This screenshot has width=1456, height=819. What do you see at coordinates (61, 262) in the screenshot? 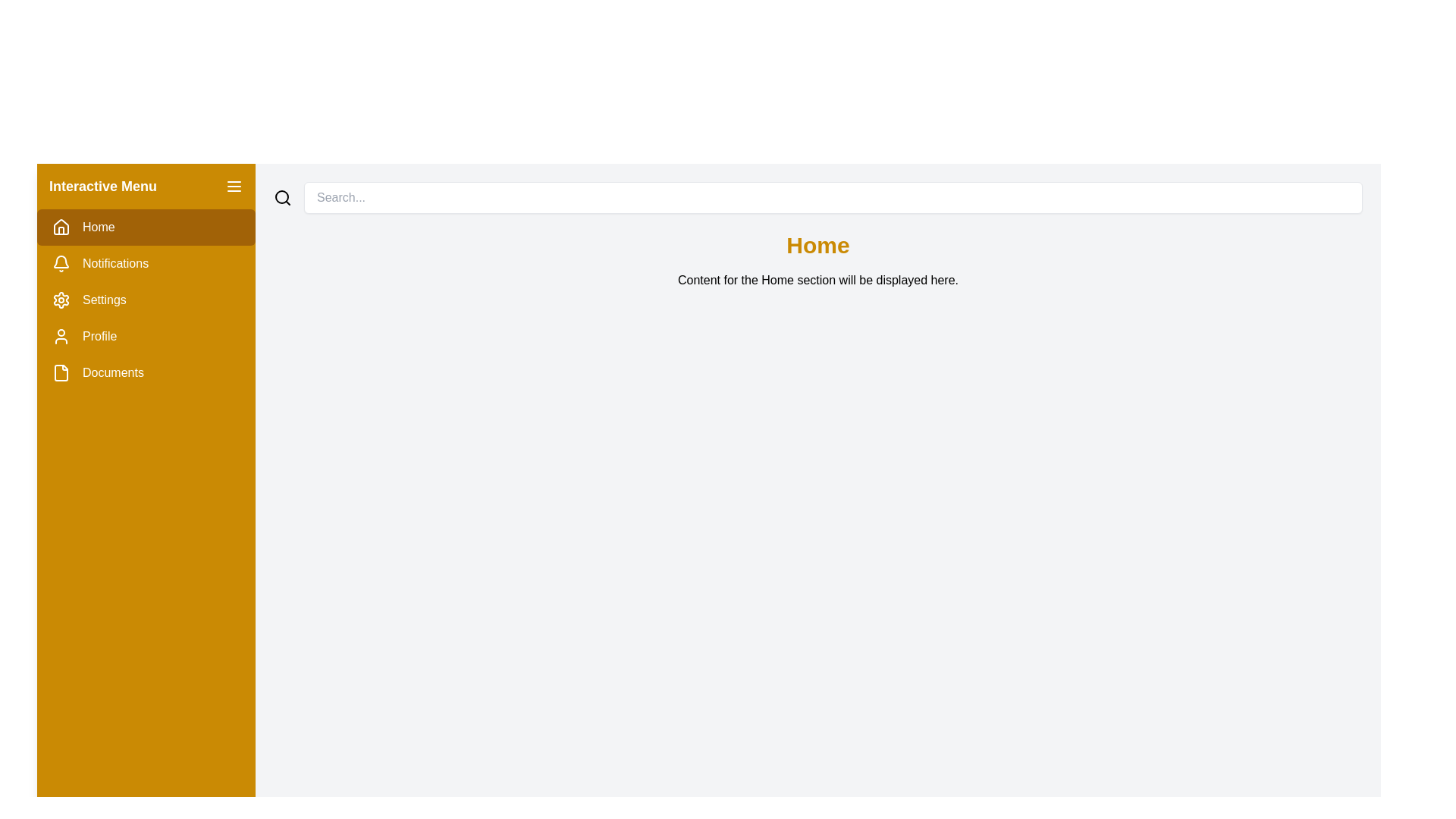
I see `the bell-shaped icon located in the left navigation bar, immediately to the left of the 'Notifications' text` at bounding box center [61, 262].